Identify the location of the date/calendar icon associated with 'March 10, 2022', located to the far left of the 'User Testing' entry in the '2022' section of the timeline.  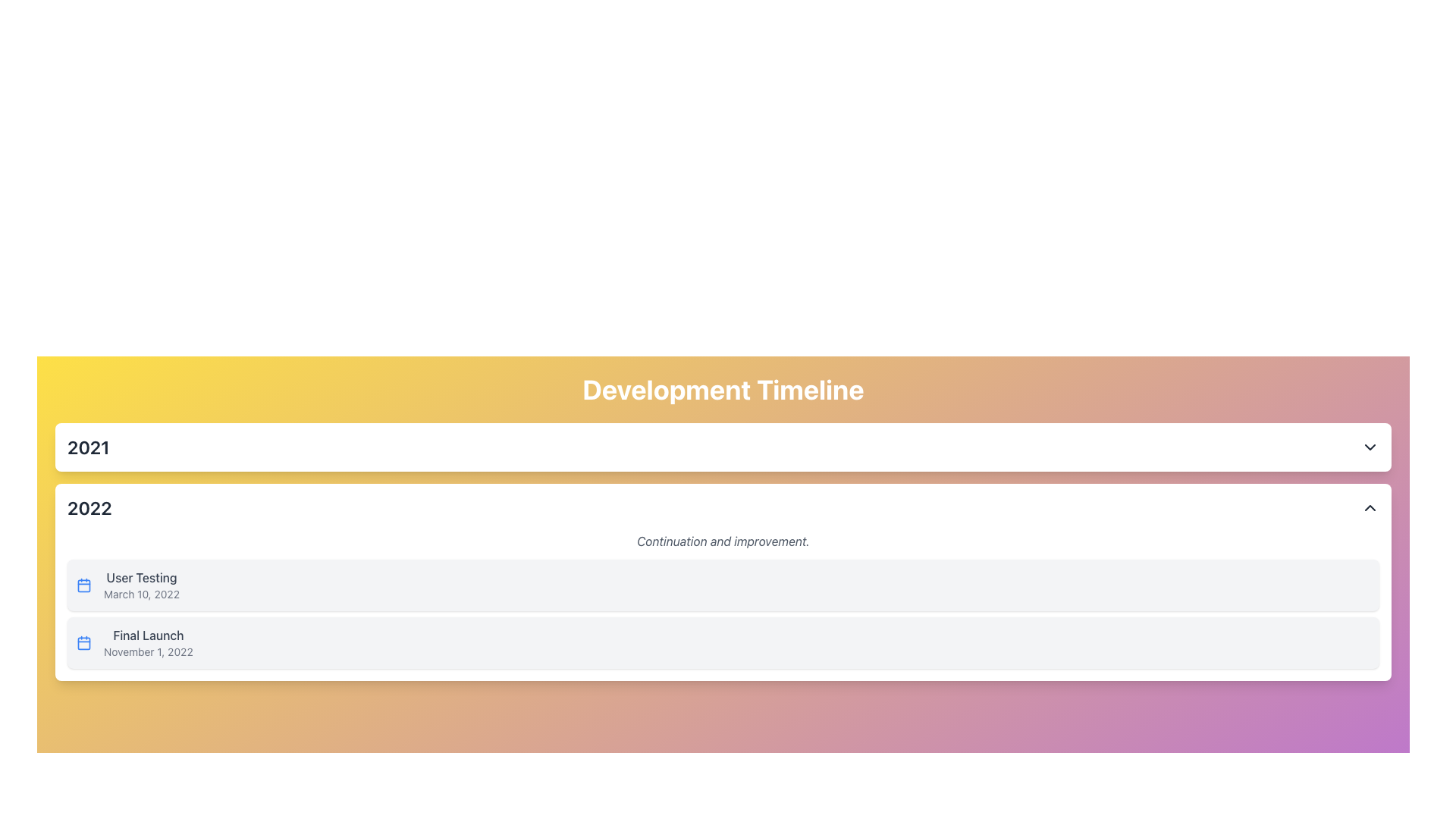
(83, 584).